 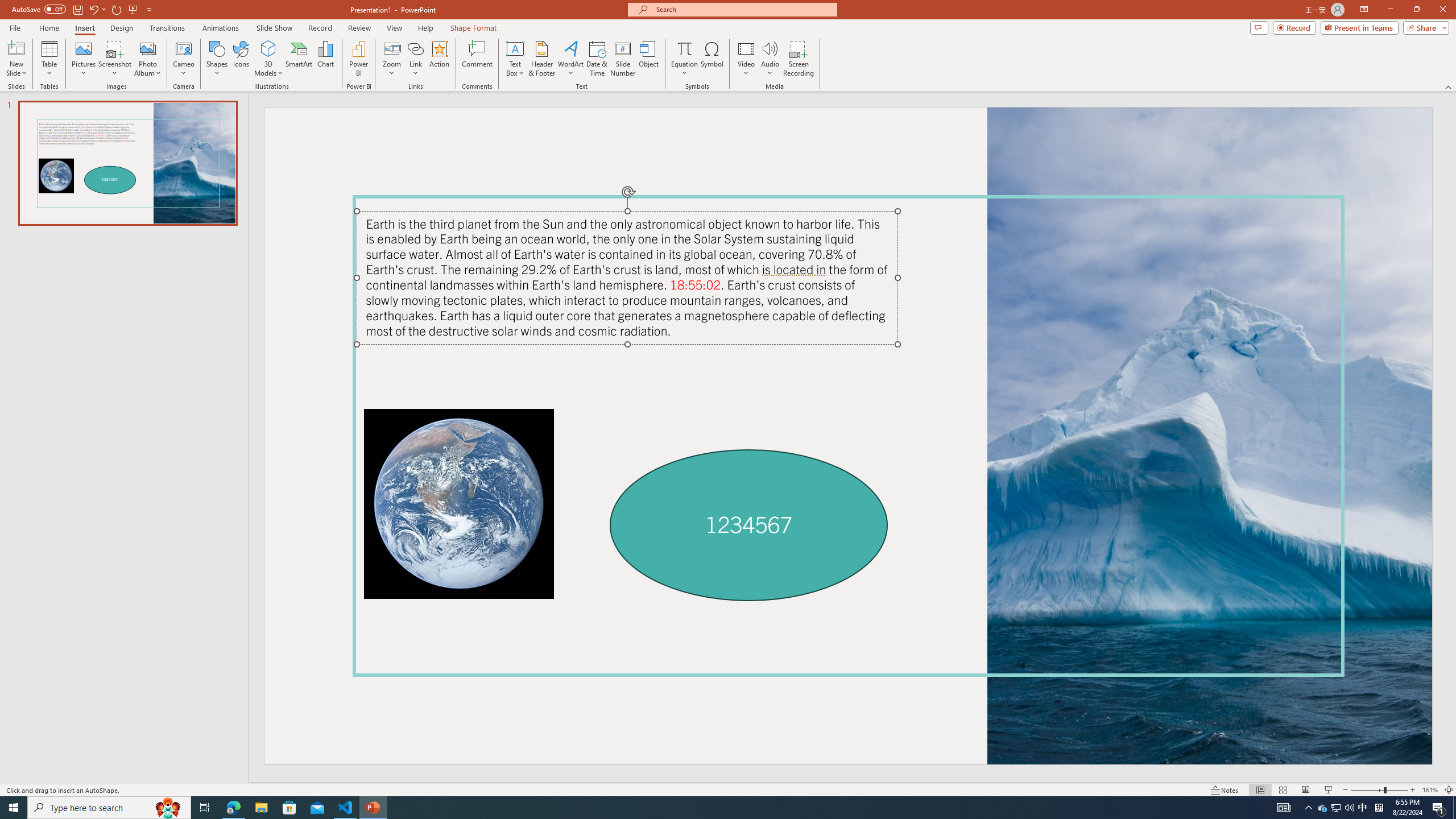 What do you see at coordinates (114, 59) in the screenshot?
I see `'Screenshot'` at bounding box center [114, 59].